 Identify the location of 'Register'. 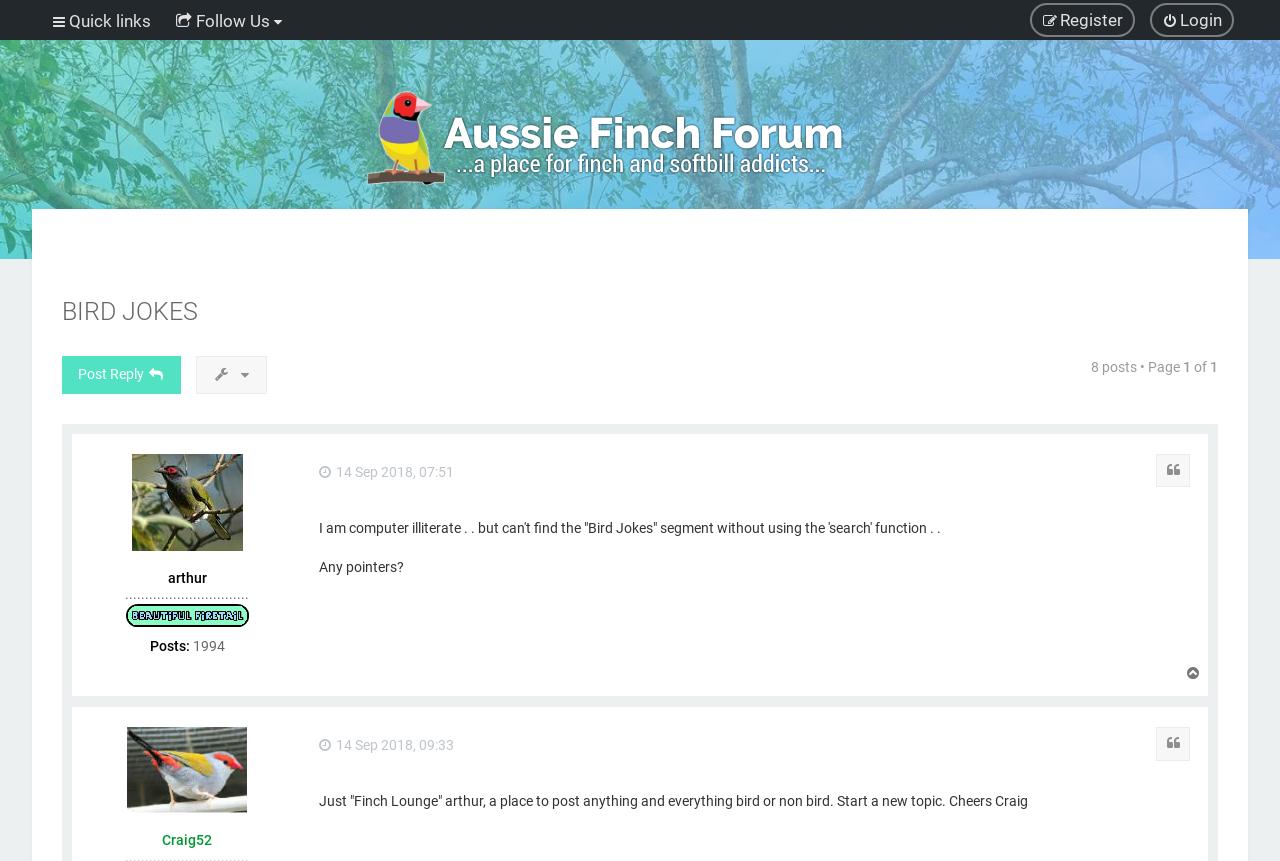
(1089, 19).